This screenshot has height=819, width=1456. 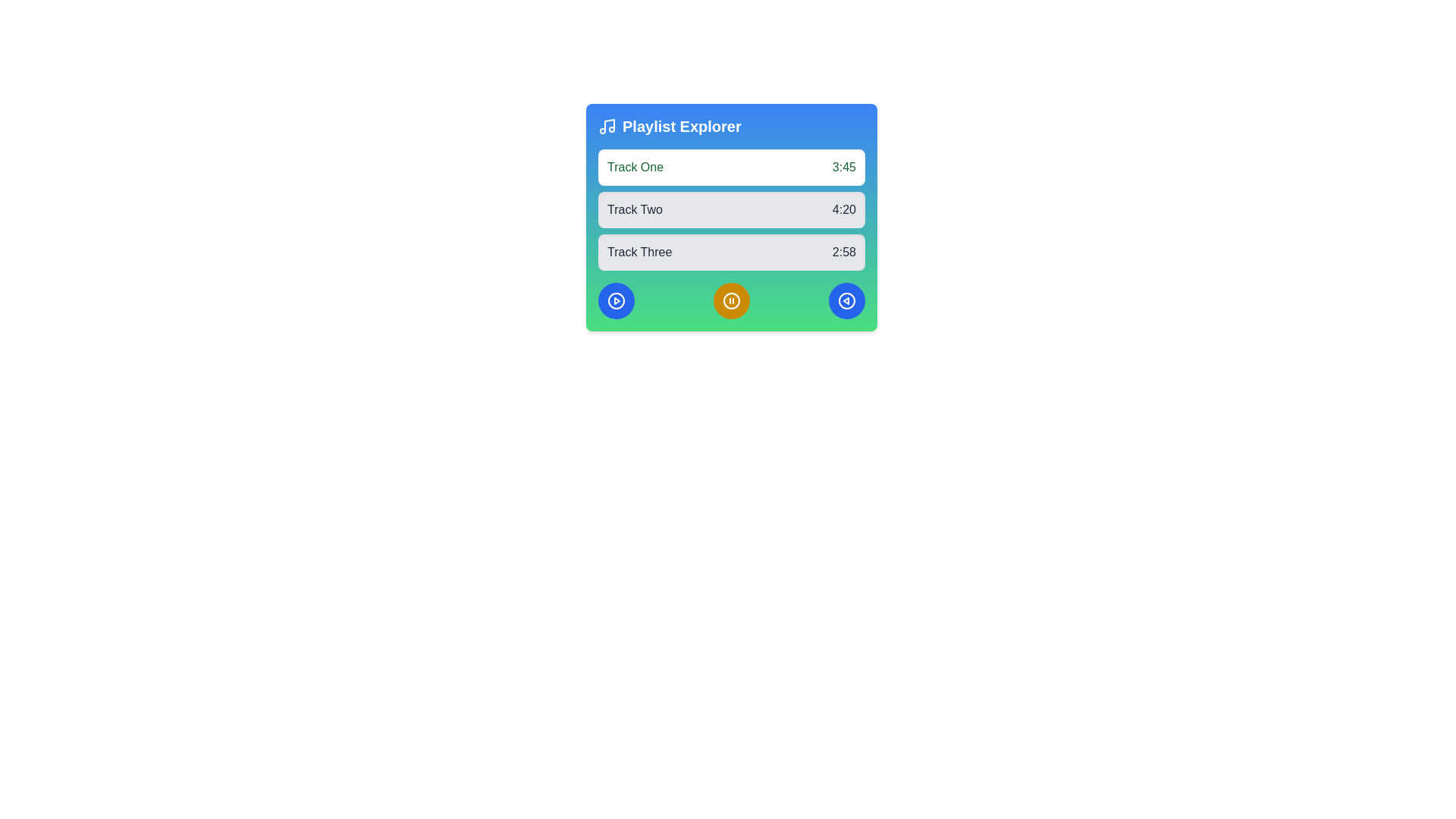 I want to click on the text label that indicates the section related to exploring playlists, positioned centrally to the right of a music note icon, so click(x=681, y=125).